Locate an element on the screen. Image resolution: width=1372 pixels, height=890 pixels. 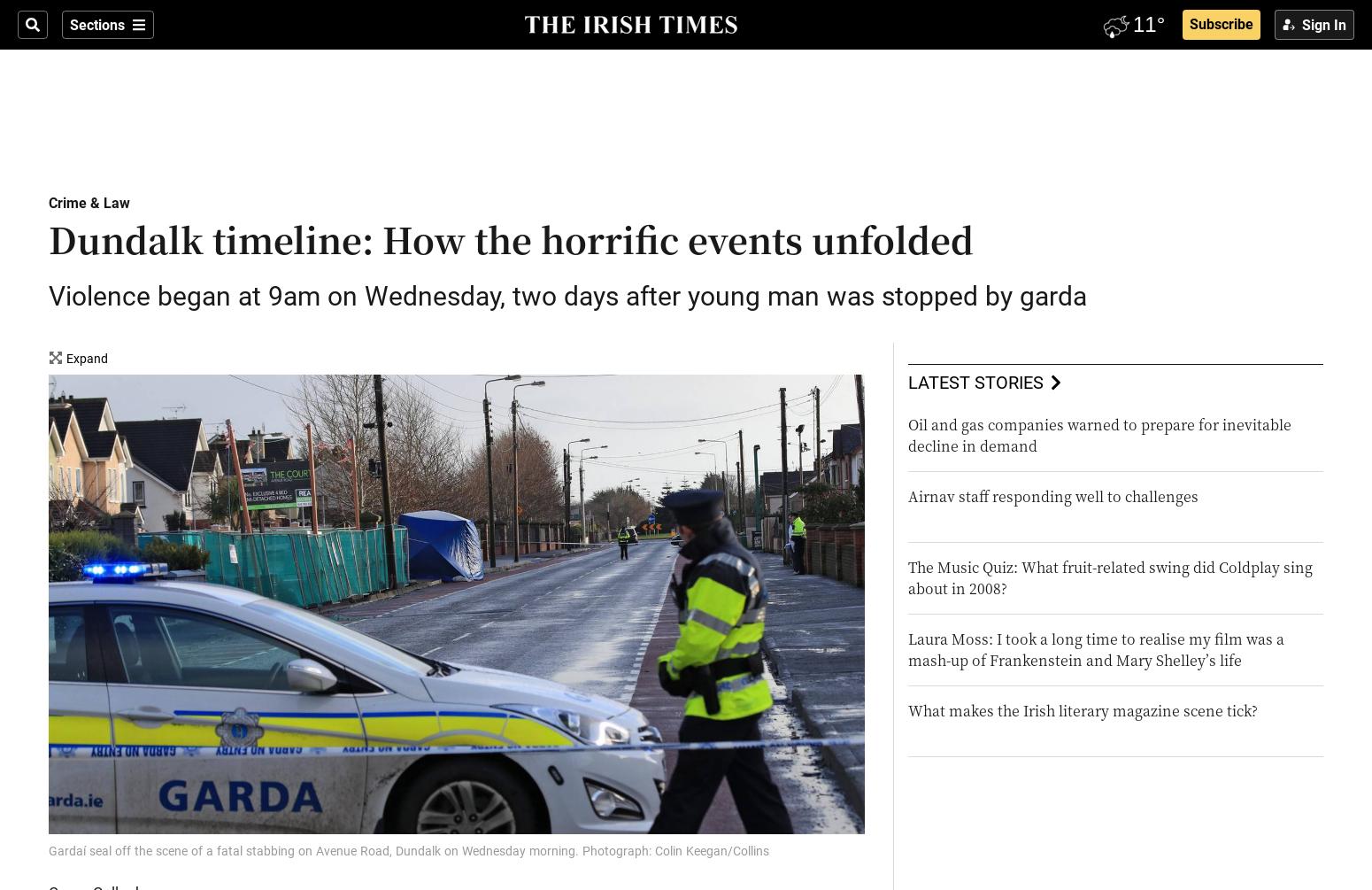
'Sign In' is located at coordinates (1324, 25).